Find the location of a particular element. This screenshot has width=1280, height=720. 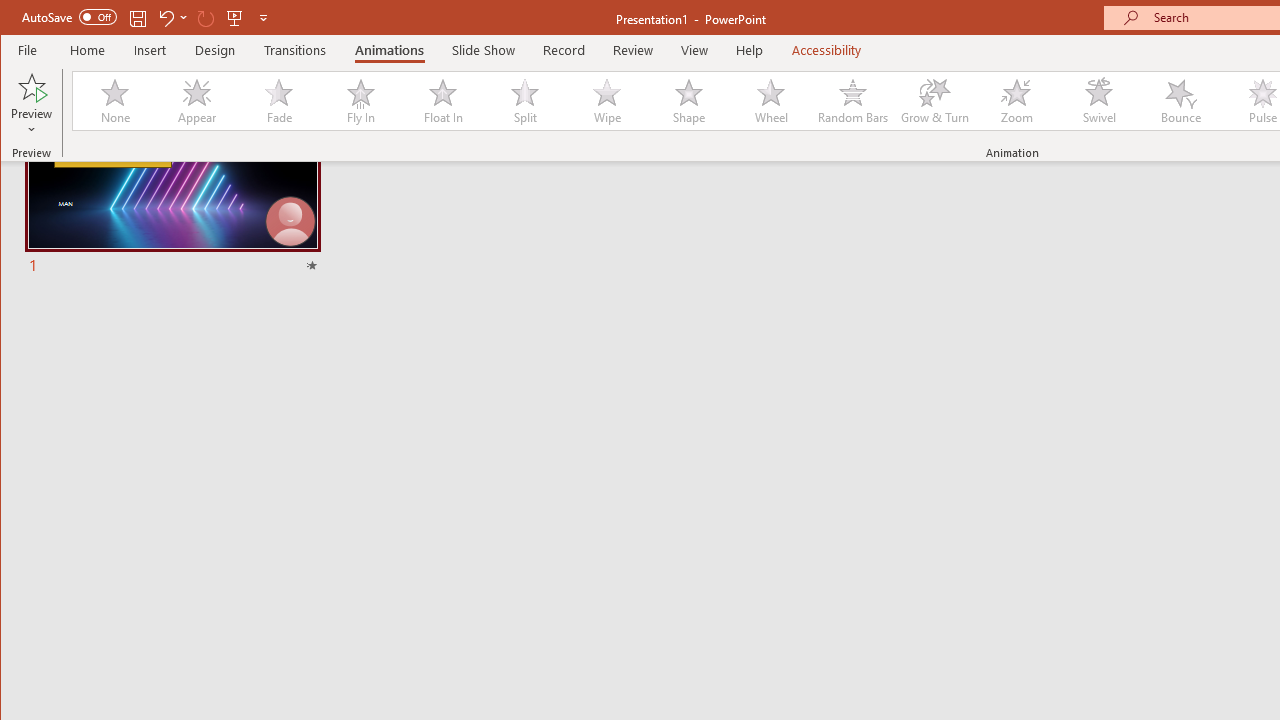

'Design' is located at coordinates (215, 49).